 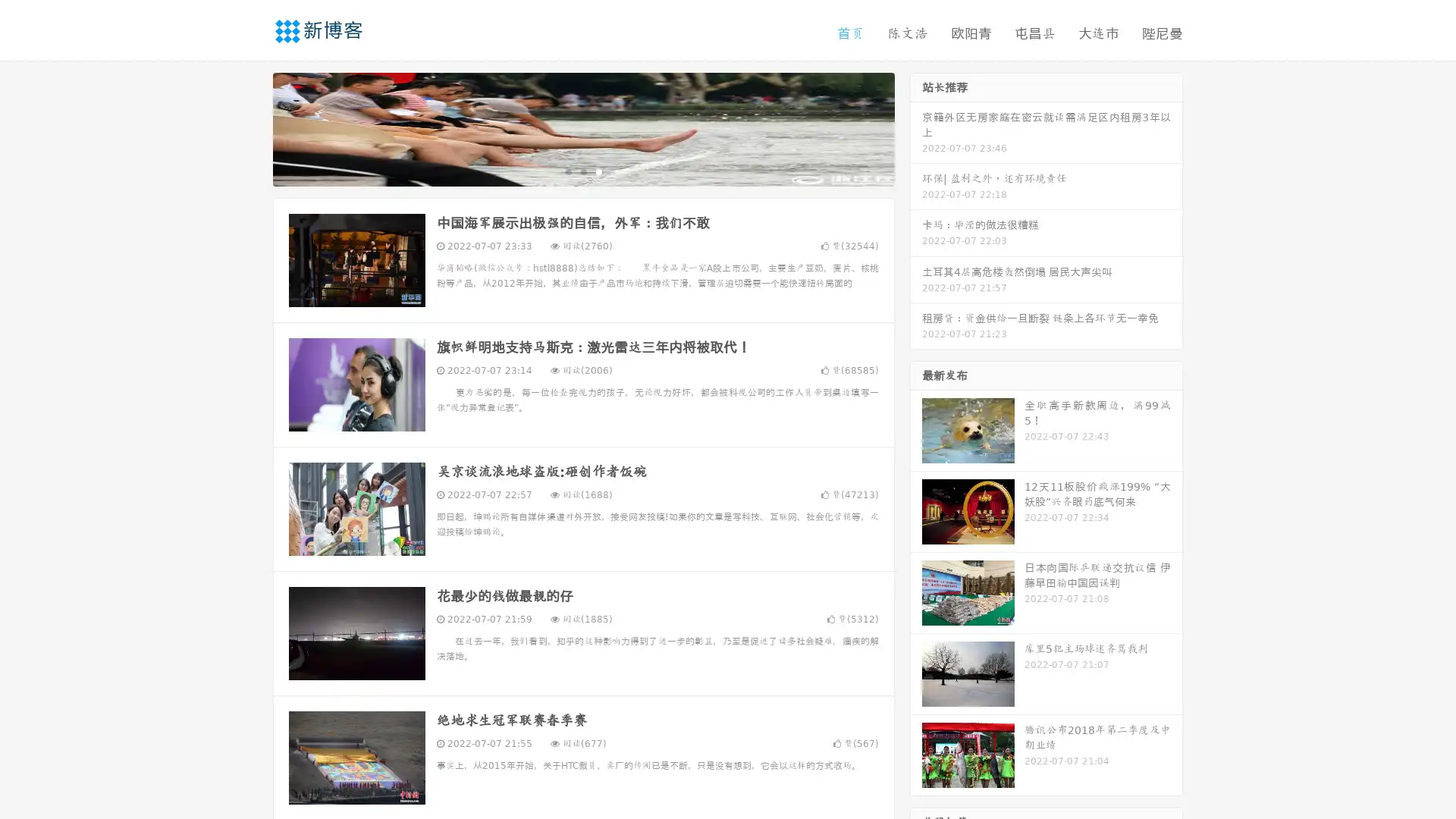 I want to click on Next slide, so click(x=916, y=127).